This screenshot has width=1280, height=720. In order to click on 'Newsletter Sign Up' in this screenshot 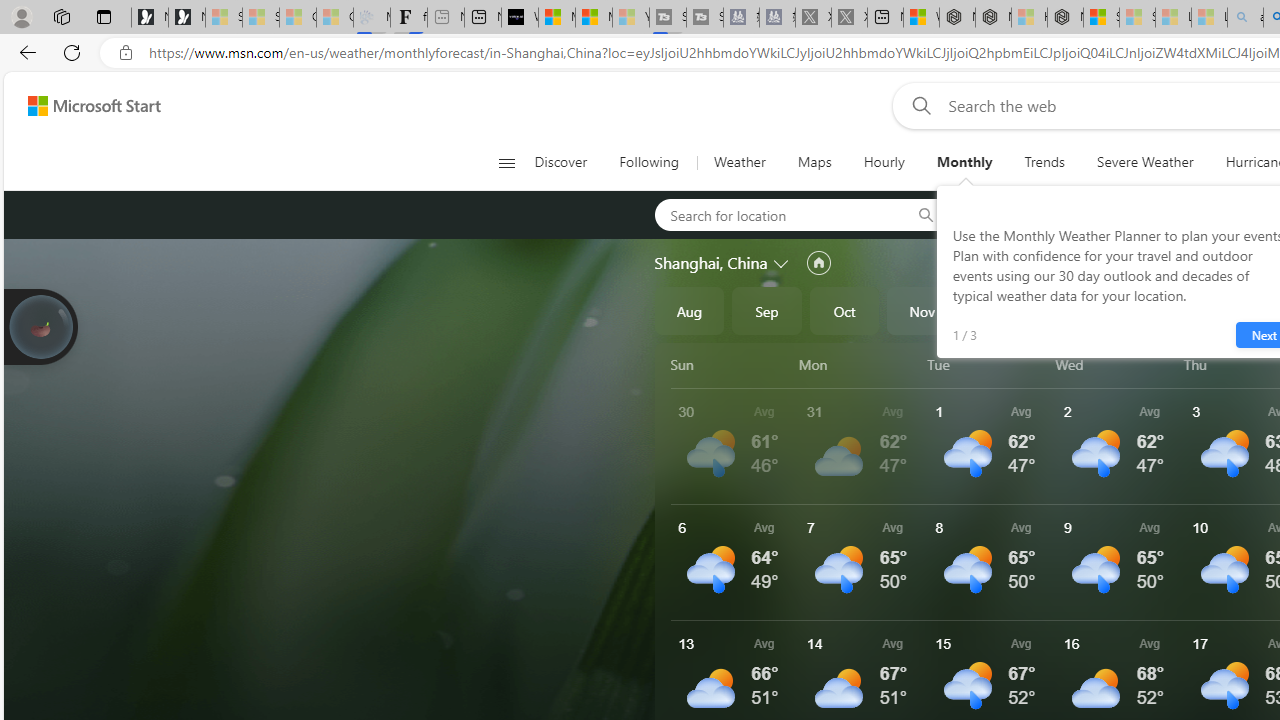, I will do `click(186, 17)`.